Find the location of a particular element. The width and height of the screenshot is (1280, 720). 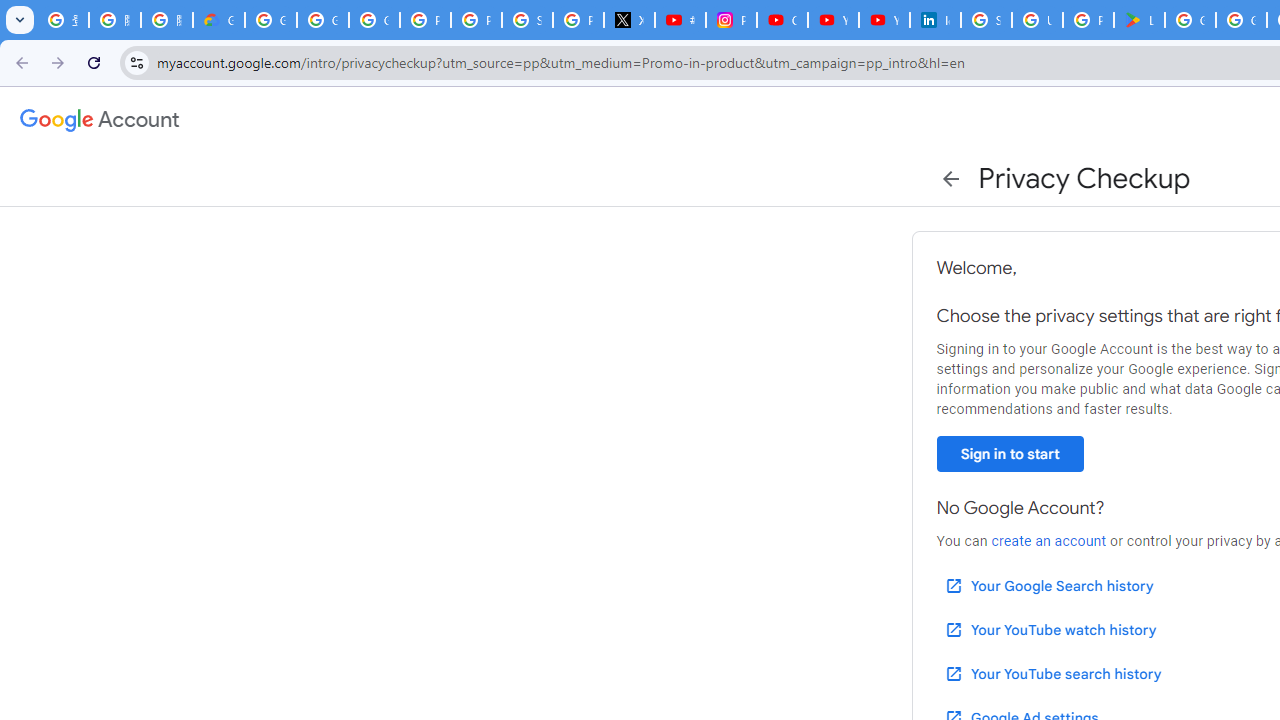

'Google Account settings' is located at coordinates (99, 120).